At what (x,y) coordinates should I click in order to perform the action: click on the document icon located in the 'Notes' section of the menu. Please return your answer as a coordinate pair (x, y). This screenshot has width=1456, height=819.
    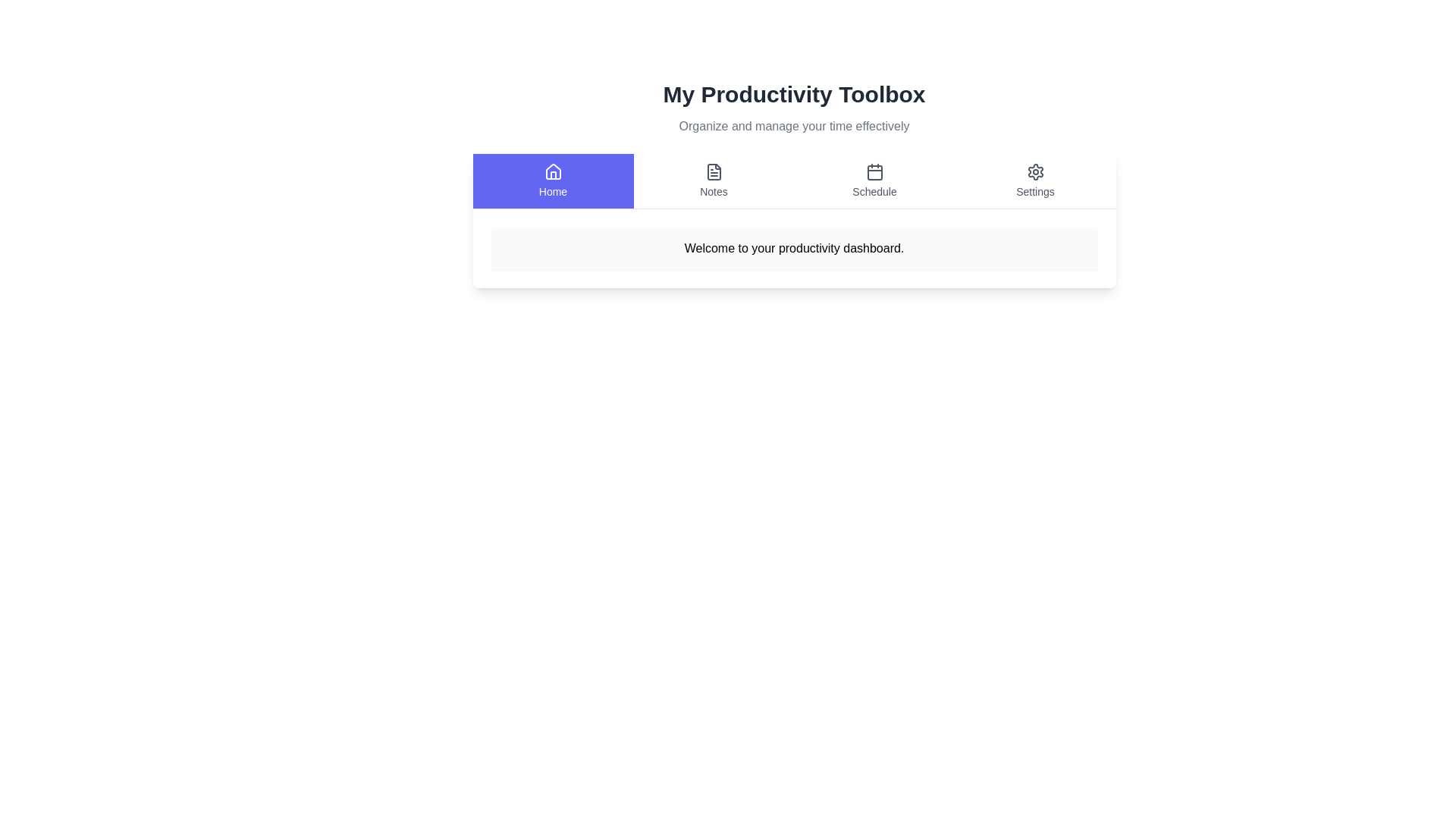
    Looking at the image, I should click on (713, 171).